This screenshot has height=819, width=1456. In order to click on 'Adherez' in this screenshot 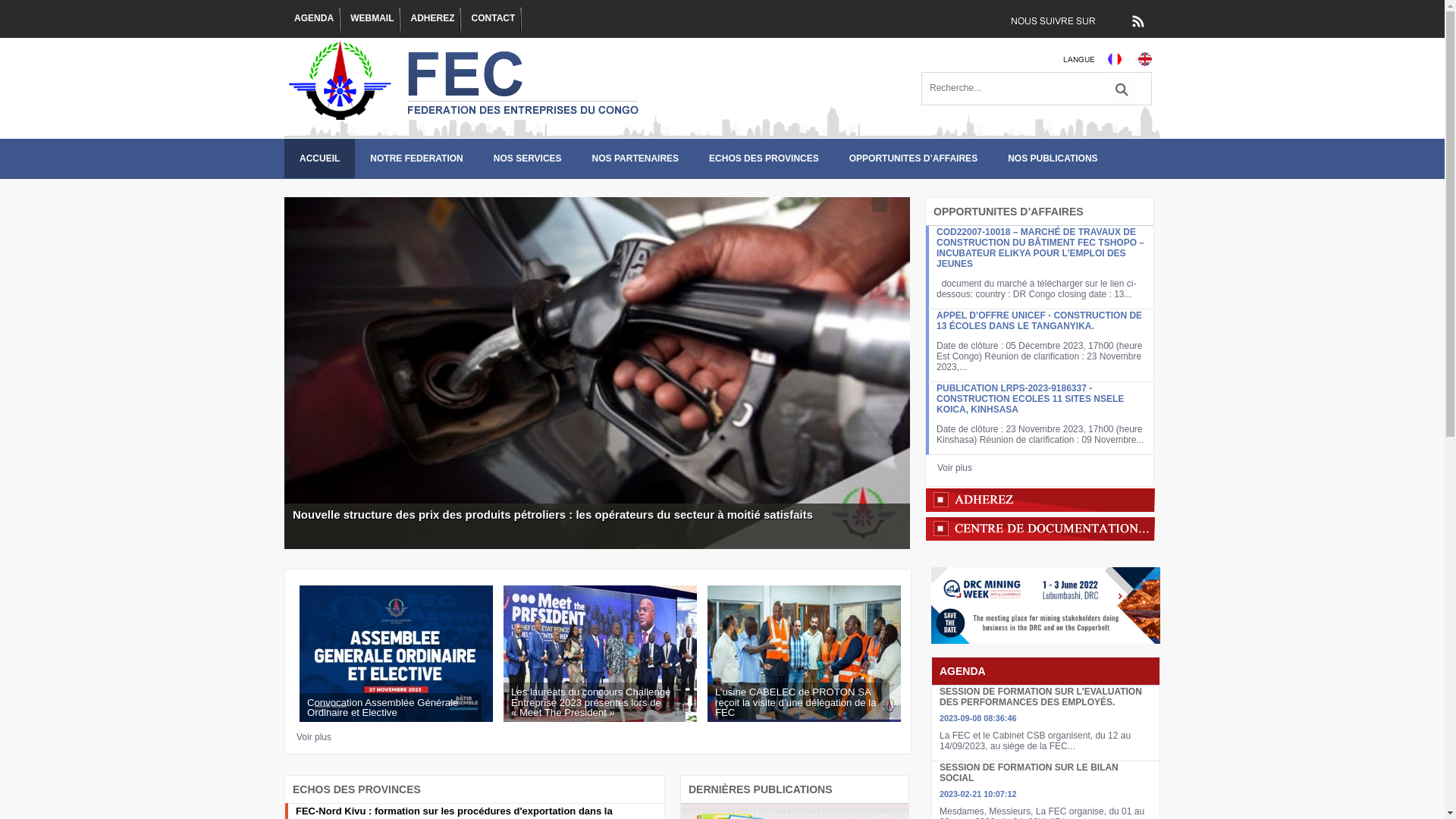, I will do `click(1039, 499)`.